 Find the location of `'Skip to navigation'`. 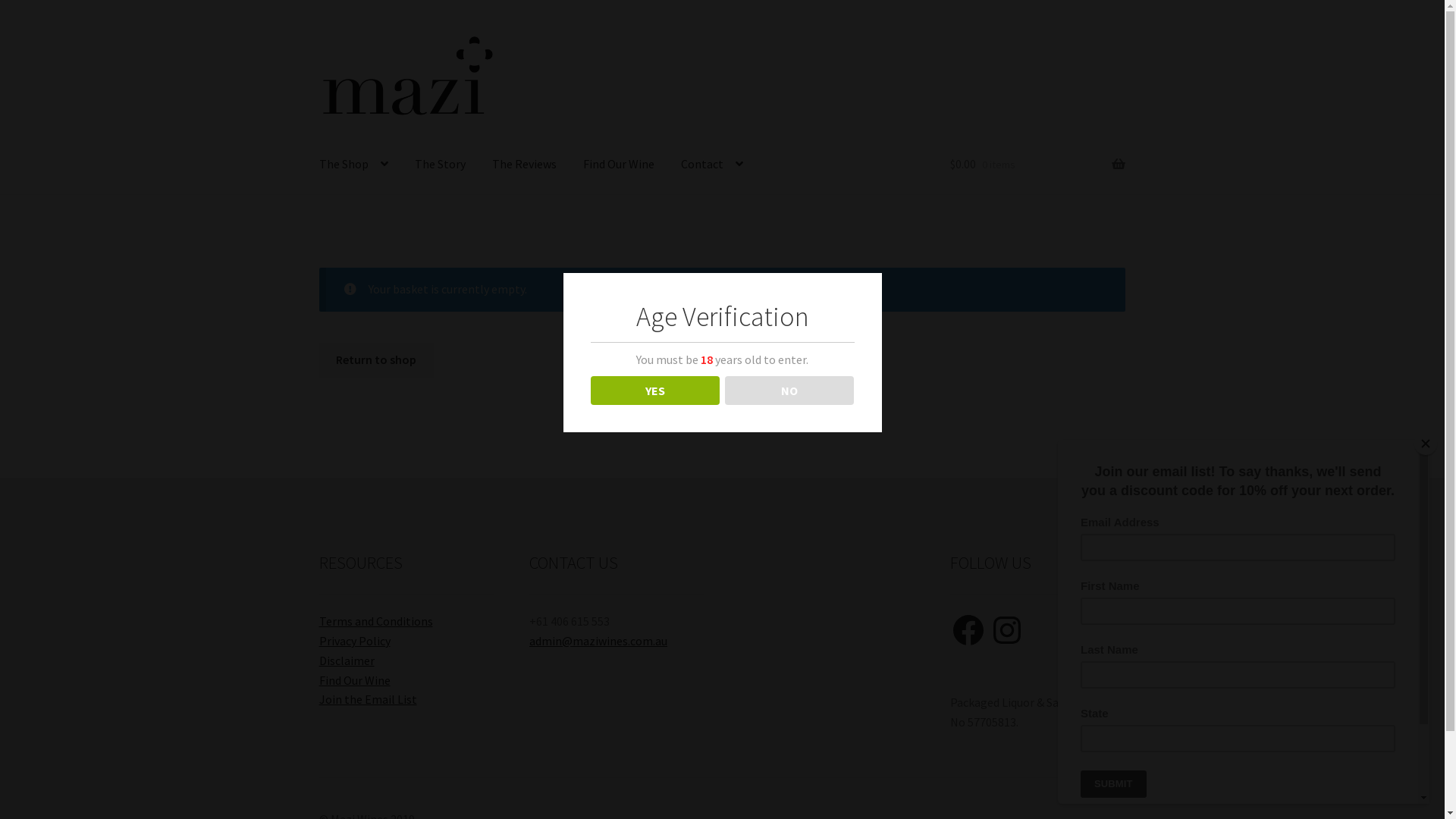

'Skip to navigation' is located at coordinates (318, 31).